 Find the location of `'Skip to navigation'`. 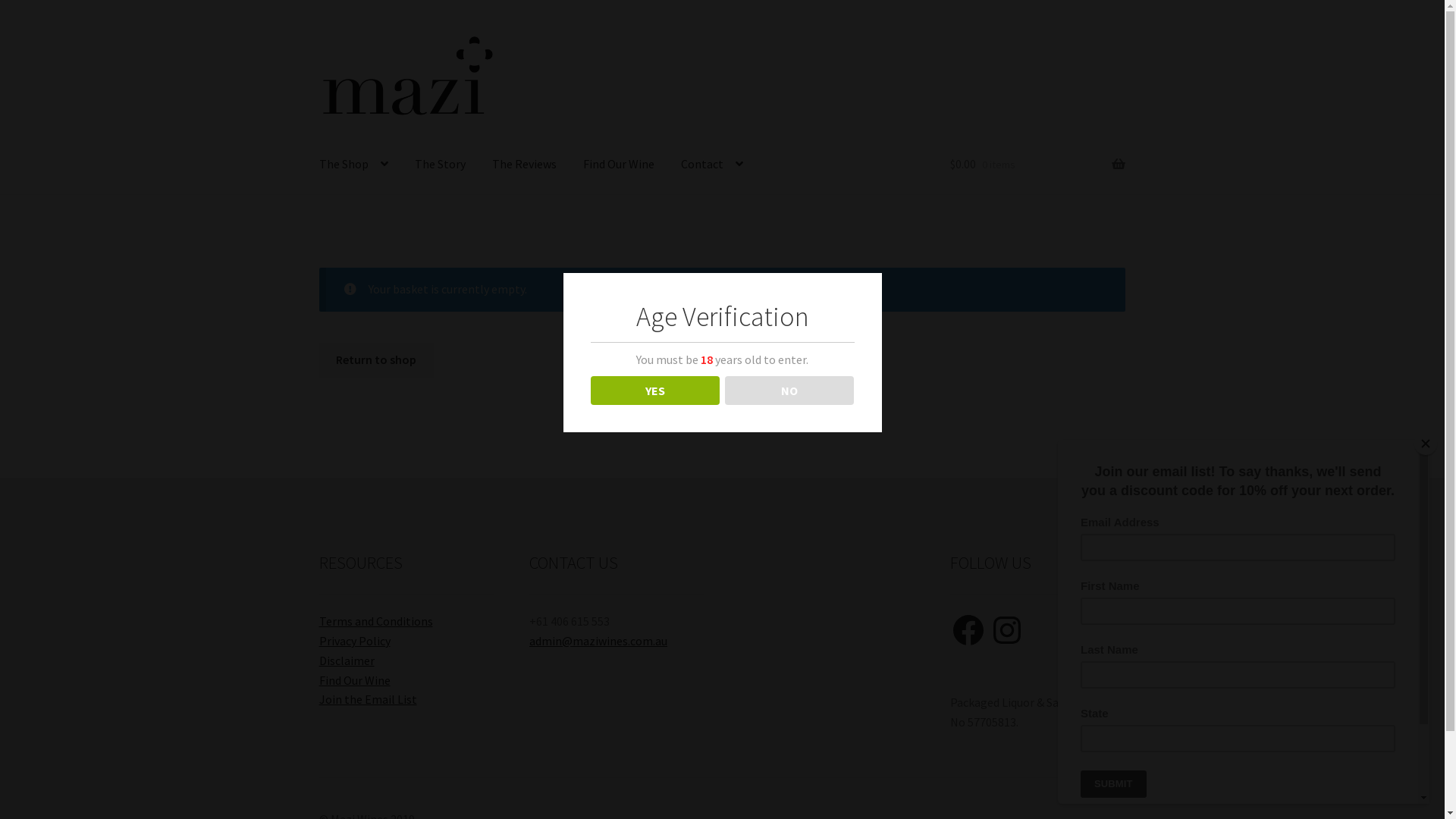

'Skip to navigation' is located at coordinates (318, 31).